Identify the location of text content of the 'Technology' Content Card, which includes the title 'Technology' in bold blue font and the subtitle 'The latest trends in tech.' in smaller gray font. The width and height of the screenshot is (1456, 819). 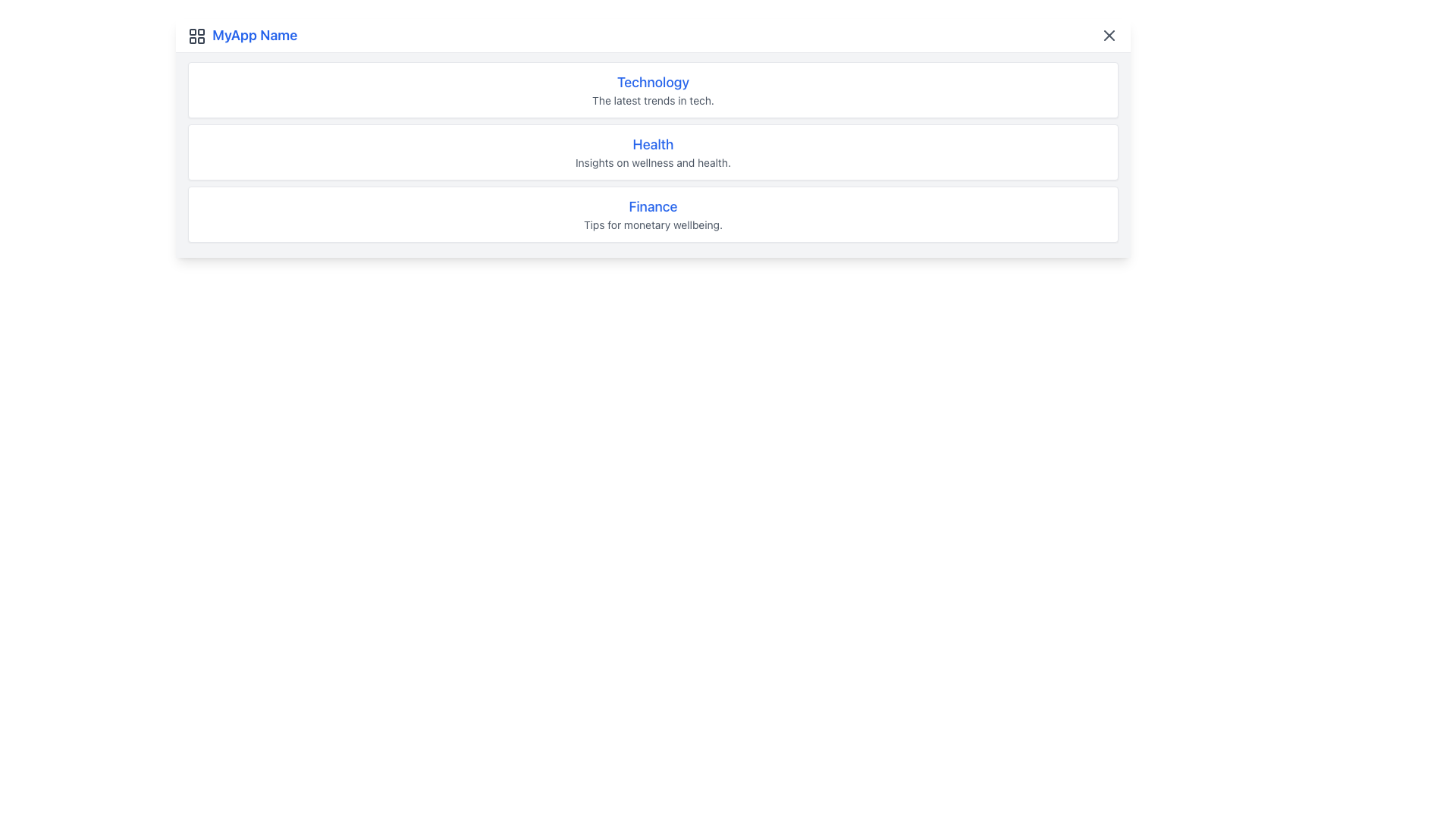
(653, 90).